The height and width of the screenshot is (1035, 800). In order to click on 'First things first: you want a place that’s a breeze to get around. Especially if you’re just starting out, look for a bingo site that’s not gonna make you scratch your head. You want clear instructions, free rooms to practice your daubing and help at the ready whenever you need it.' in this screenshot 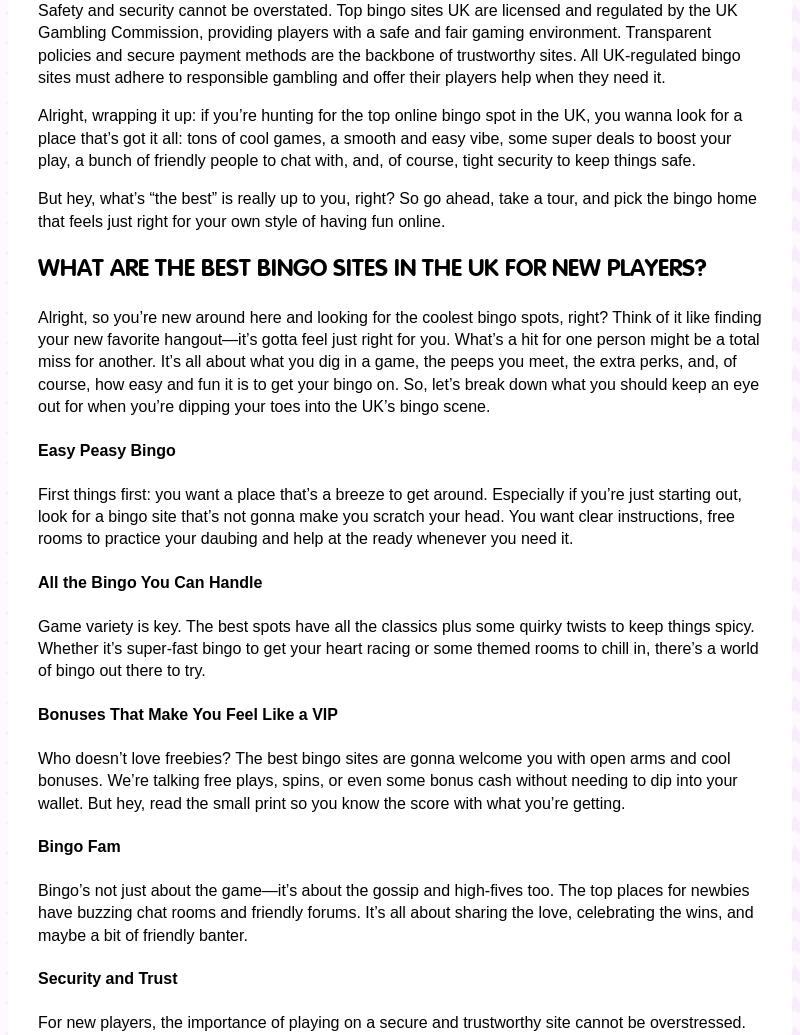, I will do `click(389, 516)`.